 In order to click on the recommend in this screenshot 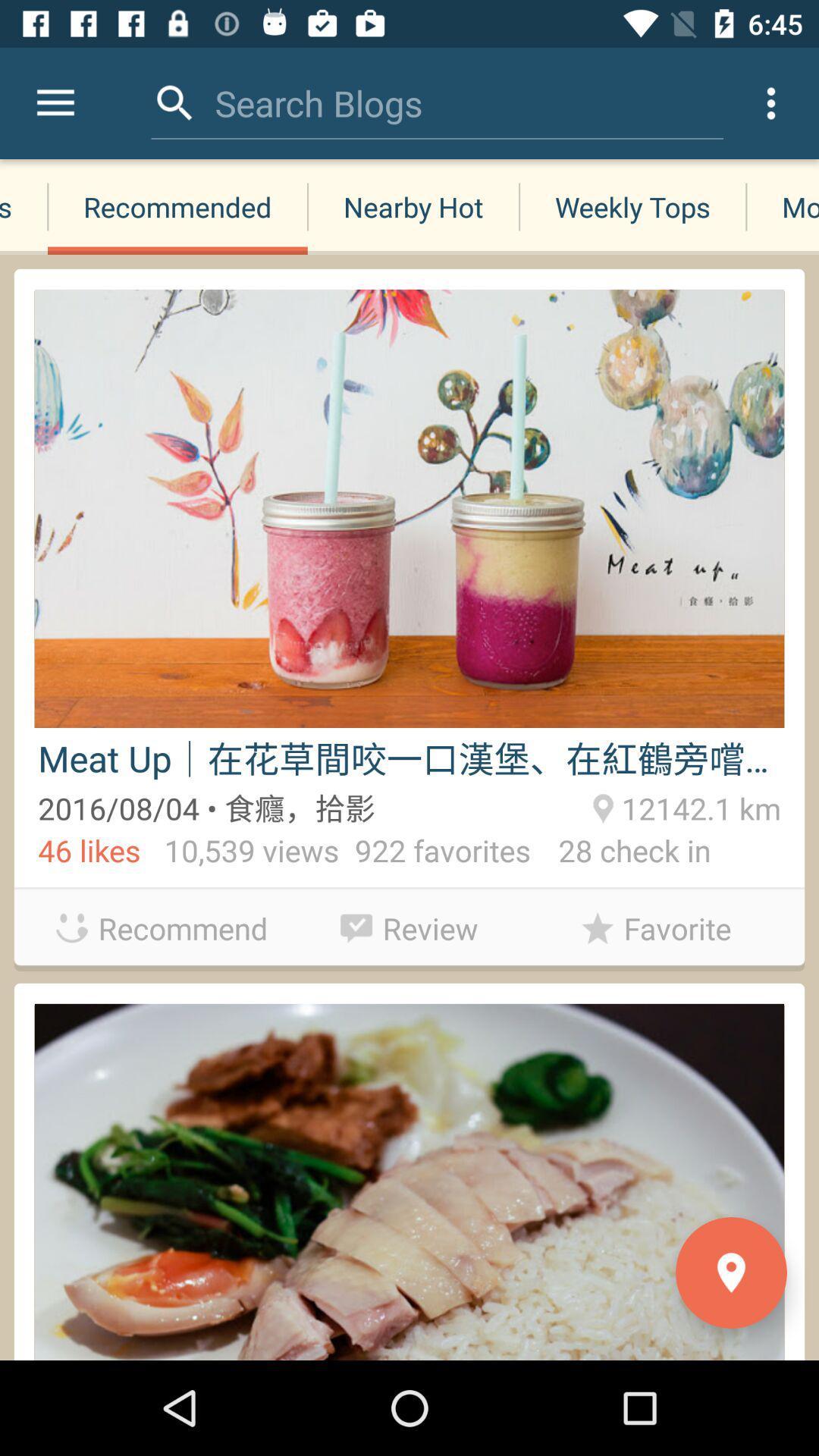, I will do `click(162, 927)`.